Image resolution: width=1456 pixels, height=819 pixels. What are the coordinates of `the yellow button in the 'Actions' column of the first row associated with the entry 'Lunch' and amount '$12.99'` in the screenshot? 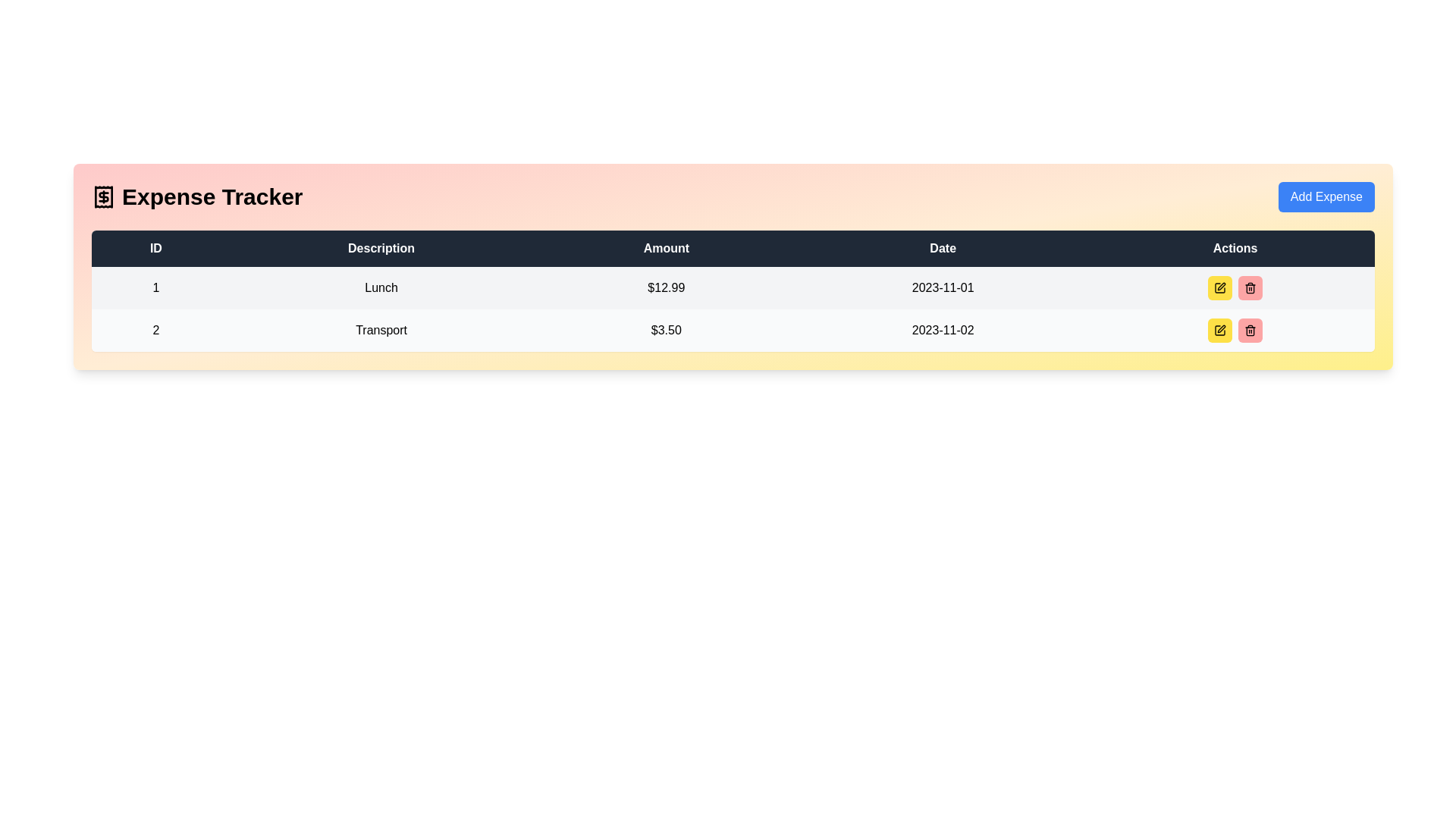 It's located at (1235, 288).